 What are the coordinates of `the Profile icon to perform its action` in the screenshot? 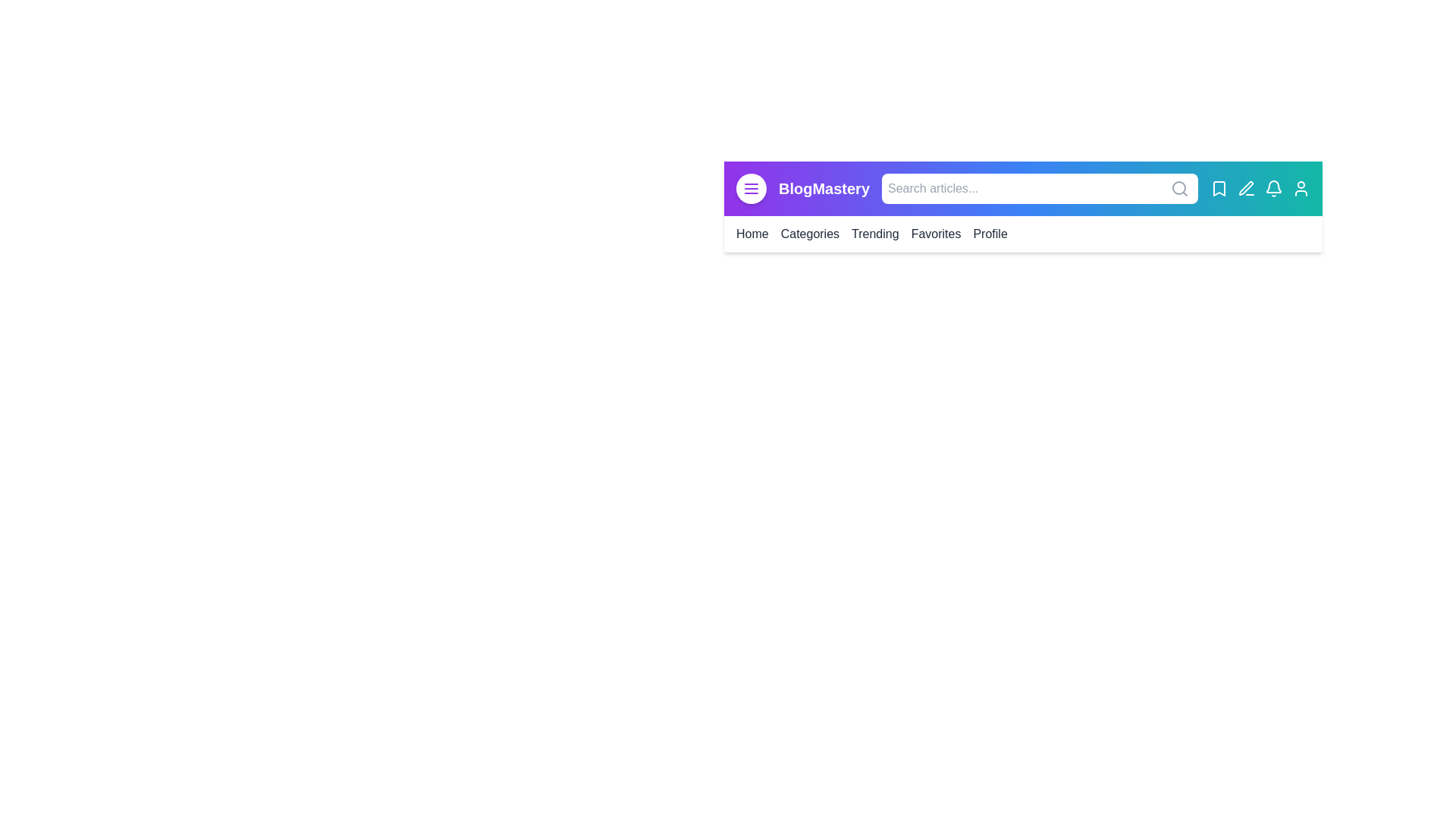 It's located at (1301, 188).